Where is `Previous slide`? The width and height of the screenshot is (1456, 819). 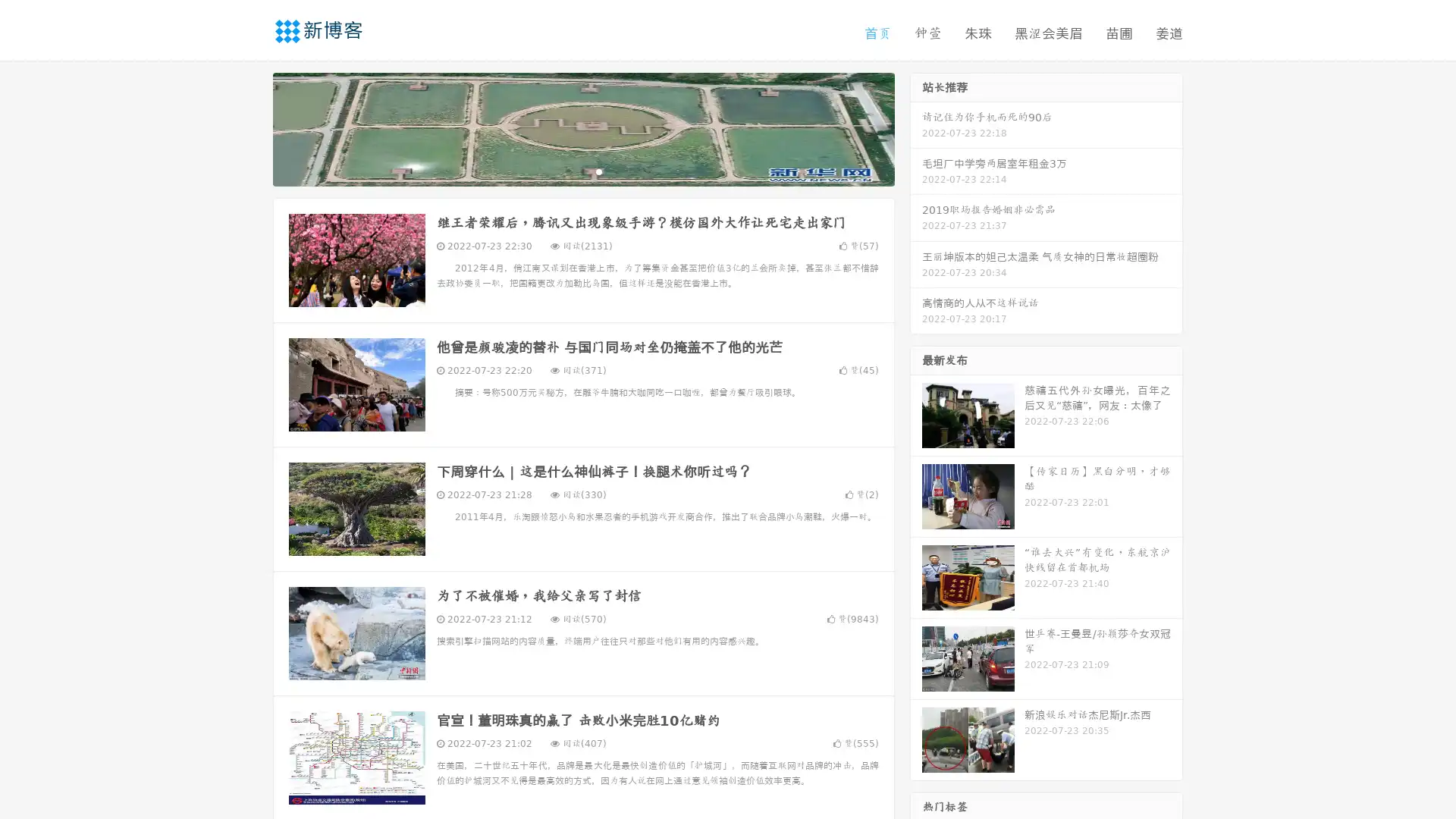
Previous slide is located at coordinates (250, 127).